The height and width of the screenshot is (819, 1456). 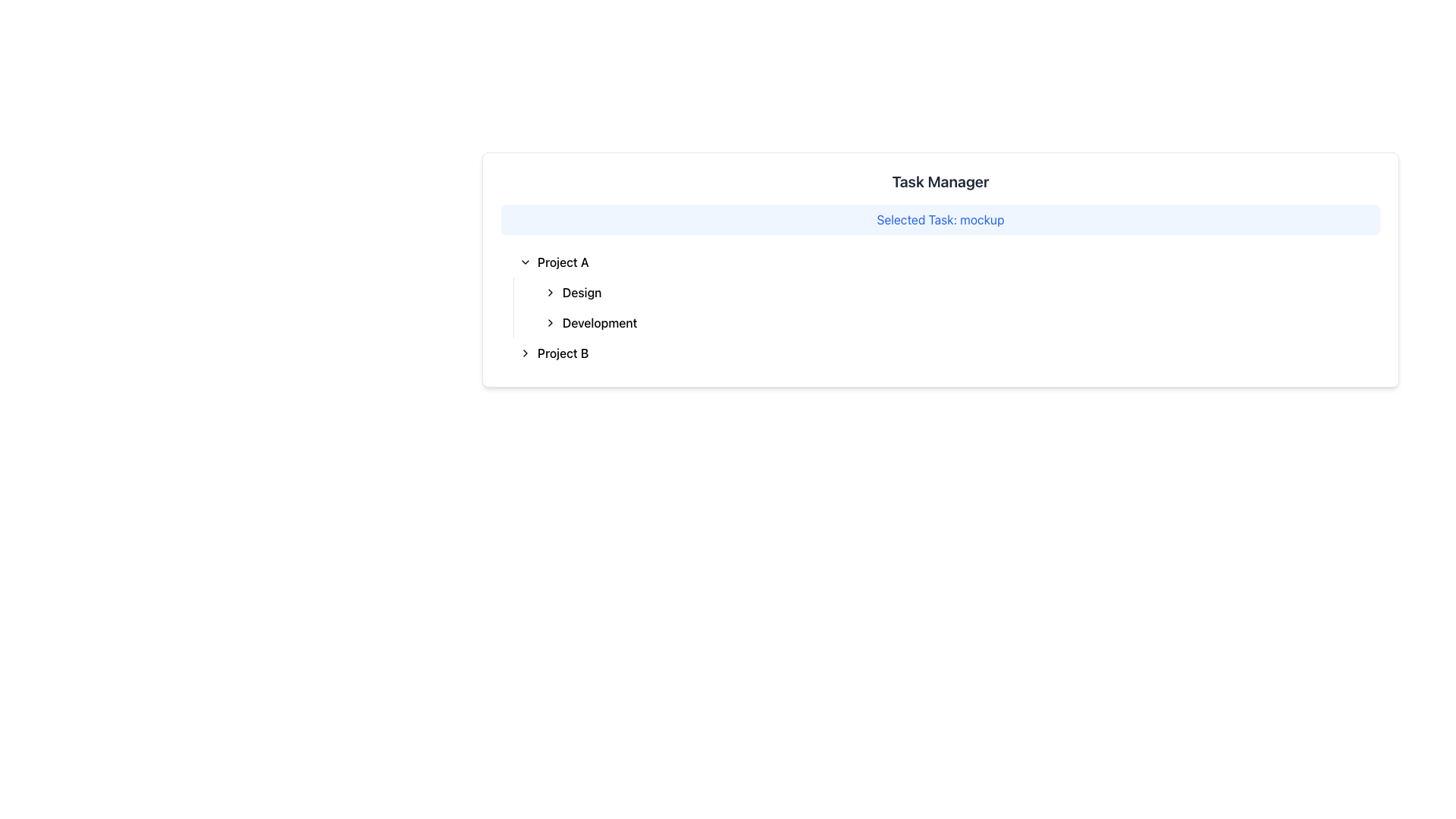 What do you see at coordinates (525, 353) in the screenshot?
I see `the toggle icon located to the left of the 'Project B' text label` at bounding box center [525, 353].